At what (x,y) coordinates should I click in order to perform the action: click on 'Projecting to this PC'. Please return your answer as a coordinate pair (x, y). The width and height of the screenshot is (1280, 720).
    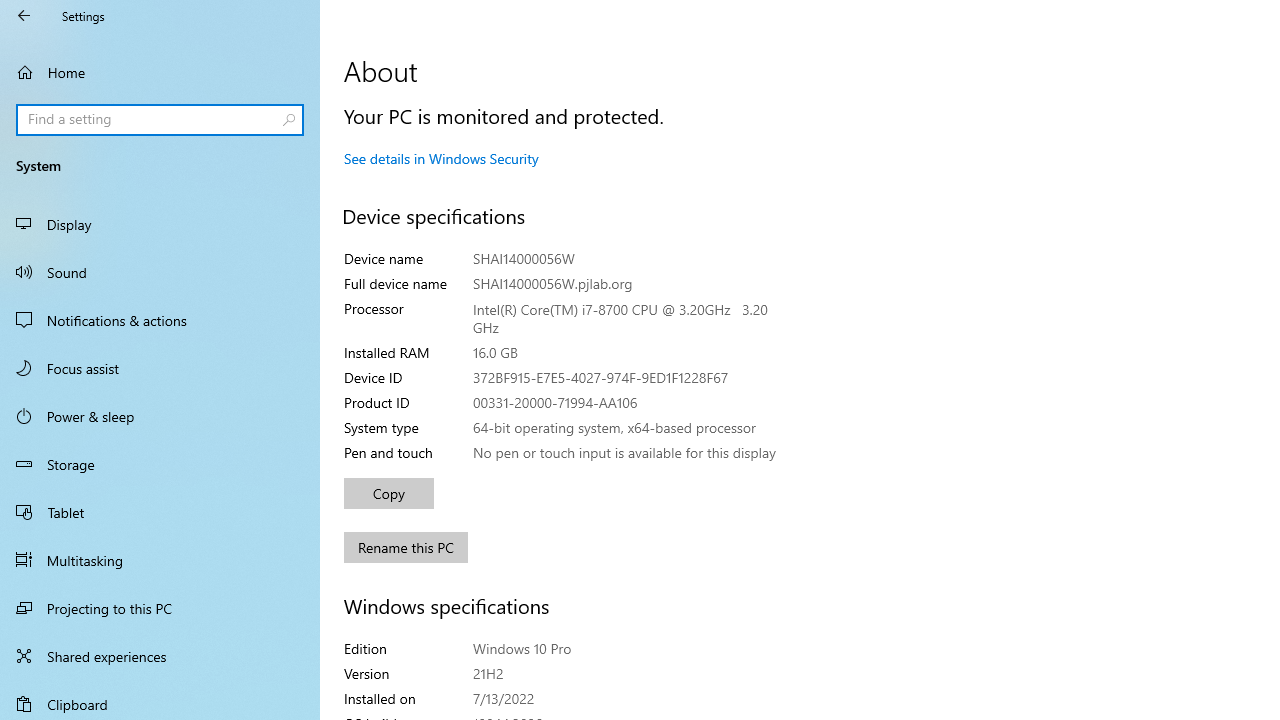
    Looking at the image, I should click on (160, 607).